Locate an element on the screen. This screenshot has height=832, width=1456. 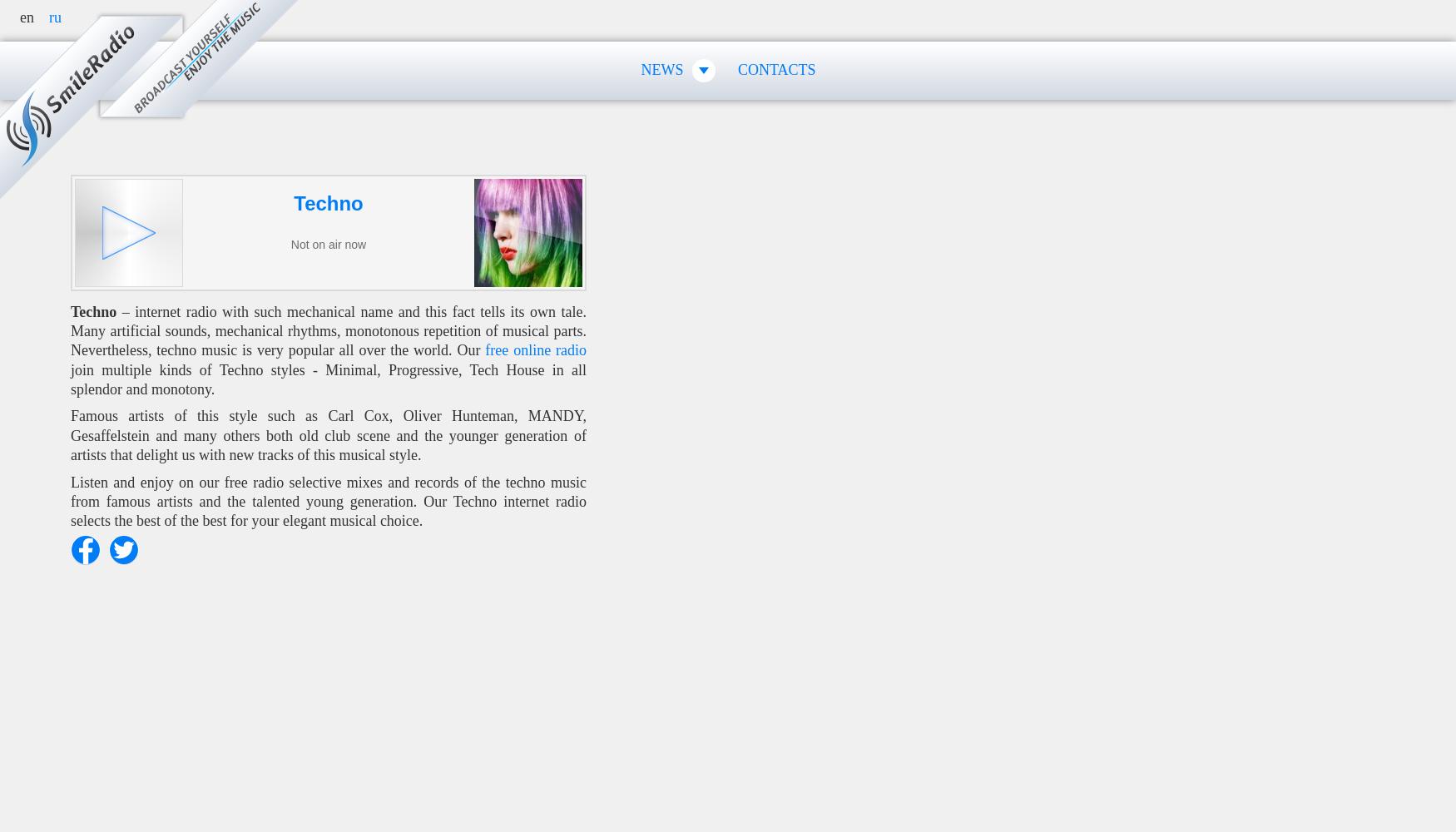
'join multiple kinds of Techno styles - Minimal, Progressive, Tech House in all splendor and monotony.' is located at coordinates (327, 379).